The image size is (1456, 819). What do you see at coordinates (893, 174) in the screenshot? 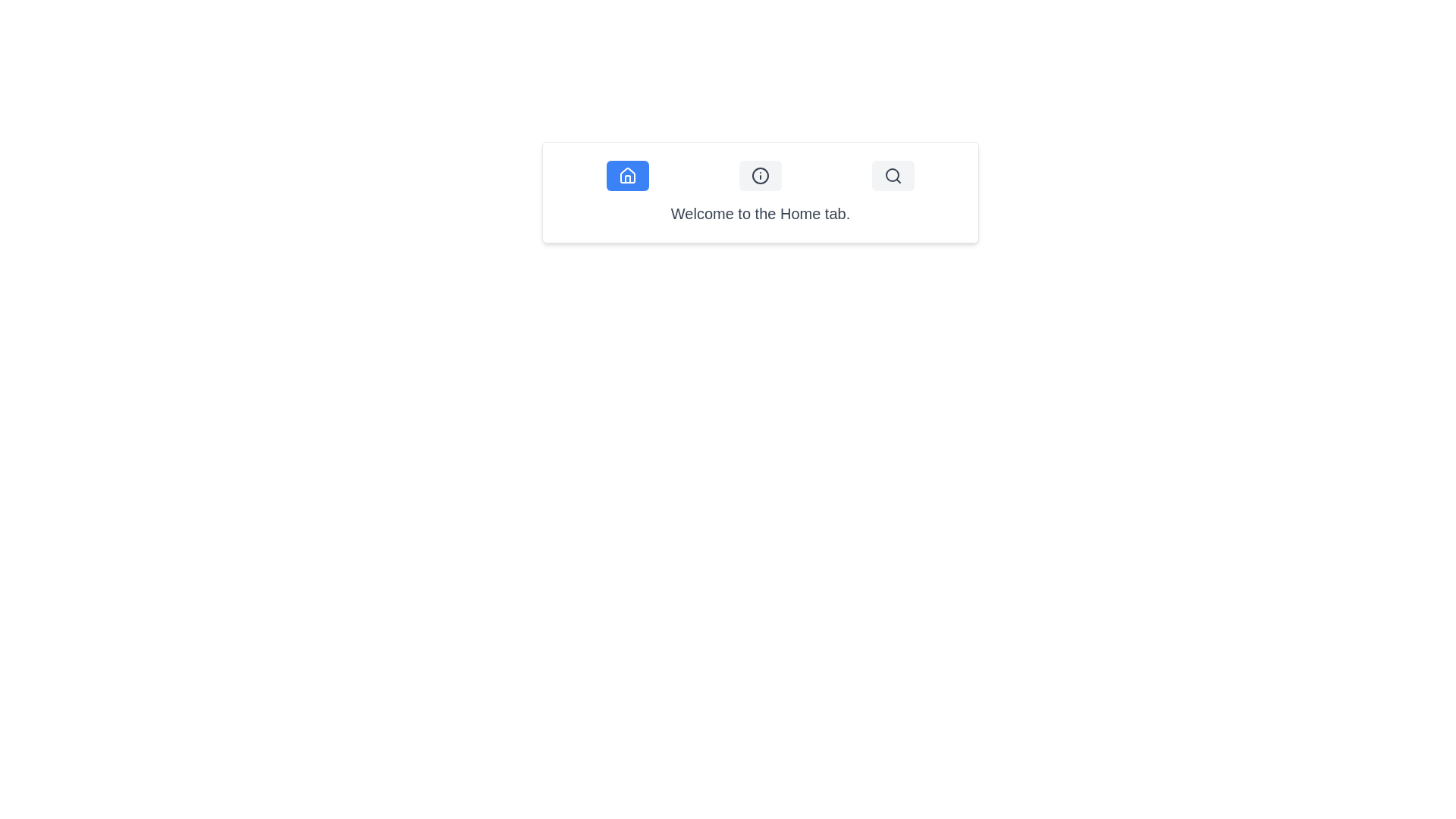
I see `the search icon located on the rightmost side among three horizontally aligned icons` at bounding box center [893, 174].